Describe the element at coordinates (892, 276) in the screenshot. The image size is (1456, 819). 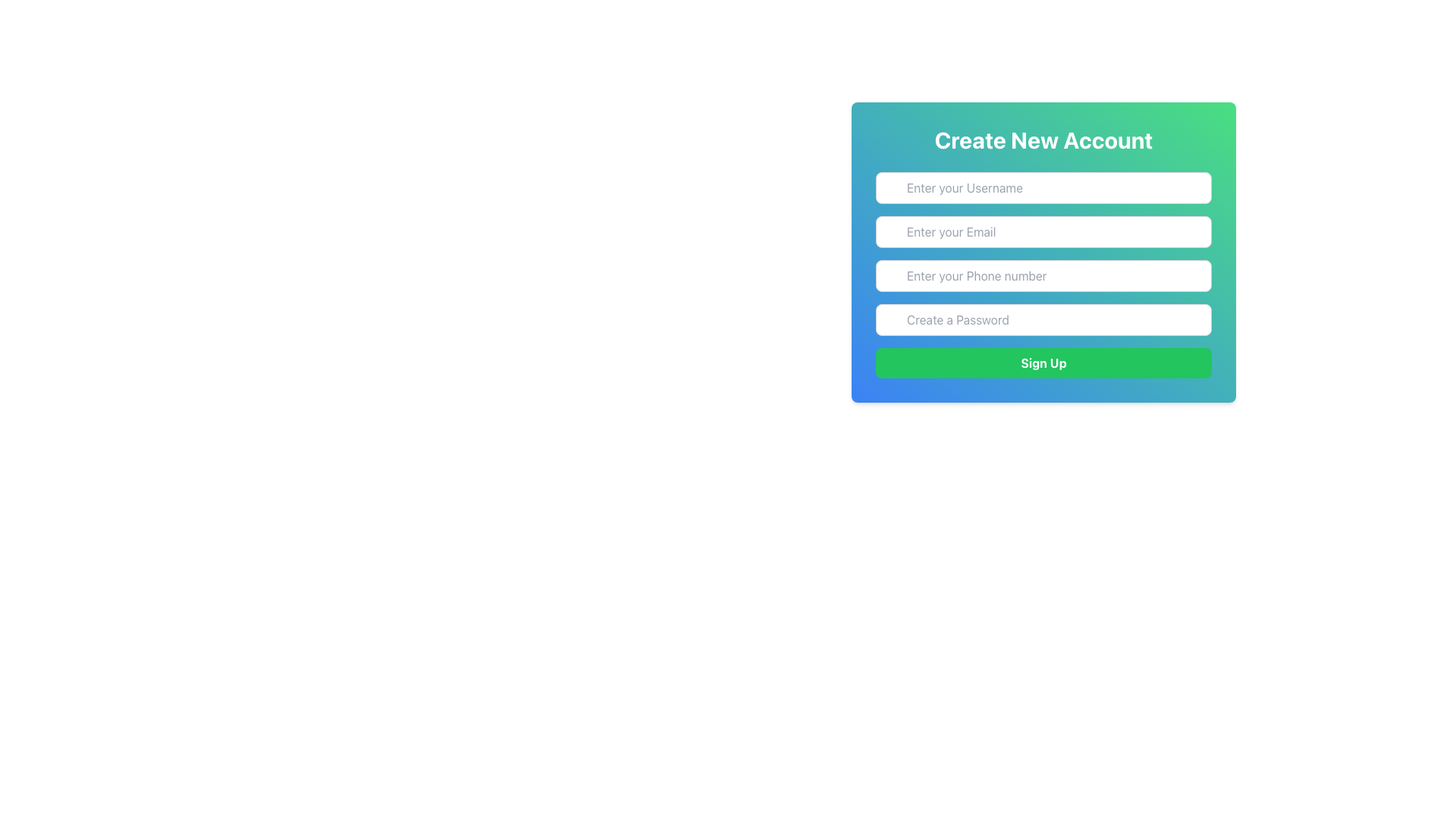
I see `the small white phone icon located within the third input field labeled 'Enter your Phone number', aligned towards the left side of the text input box` at that location.